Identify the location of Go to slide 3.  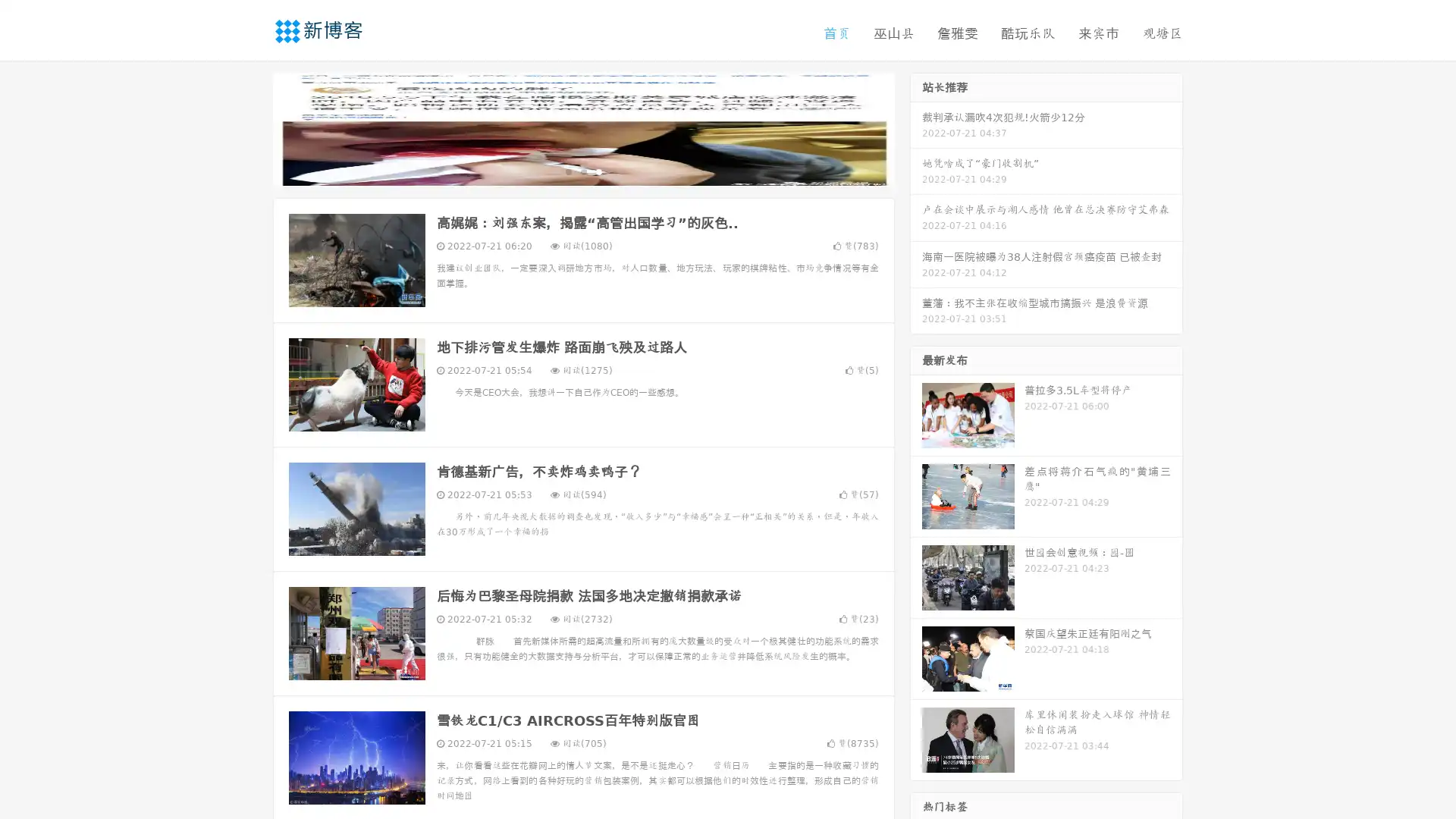
(598, 171).